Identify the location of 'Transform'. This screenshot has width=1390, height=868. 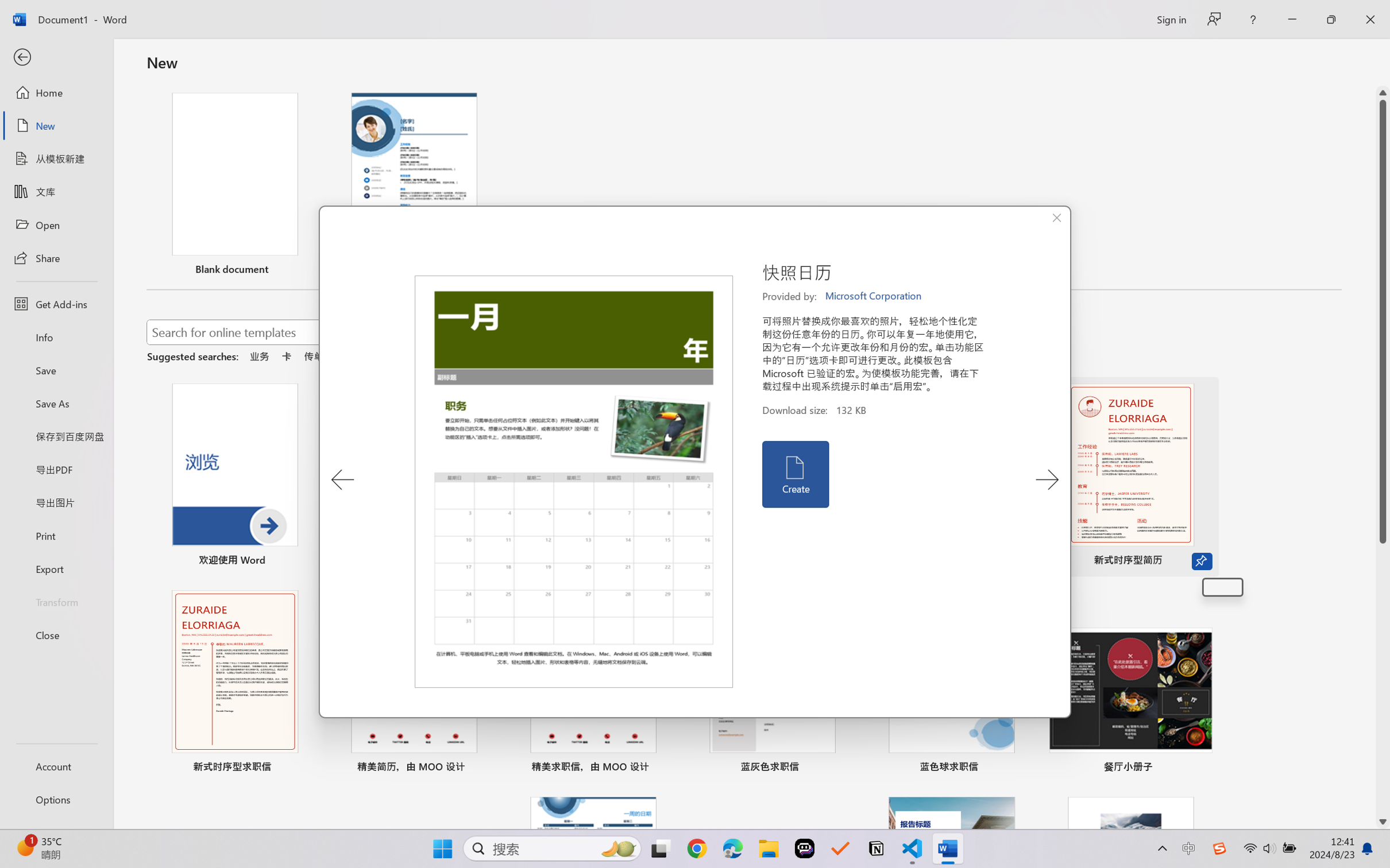
(56, 600).